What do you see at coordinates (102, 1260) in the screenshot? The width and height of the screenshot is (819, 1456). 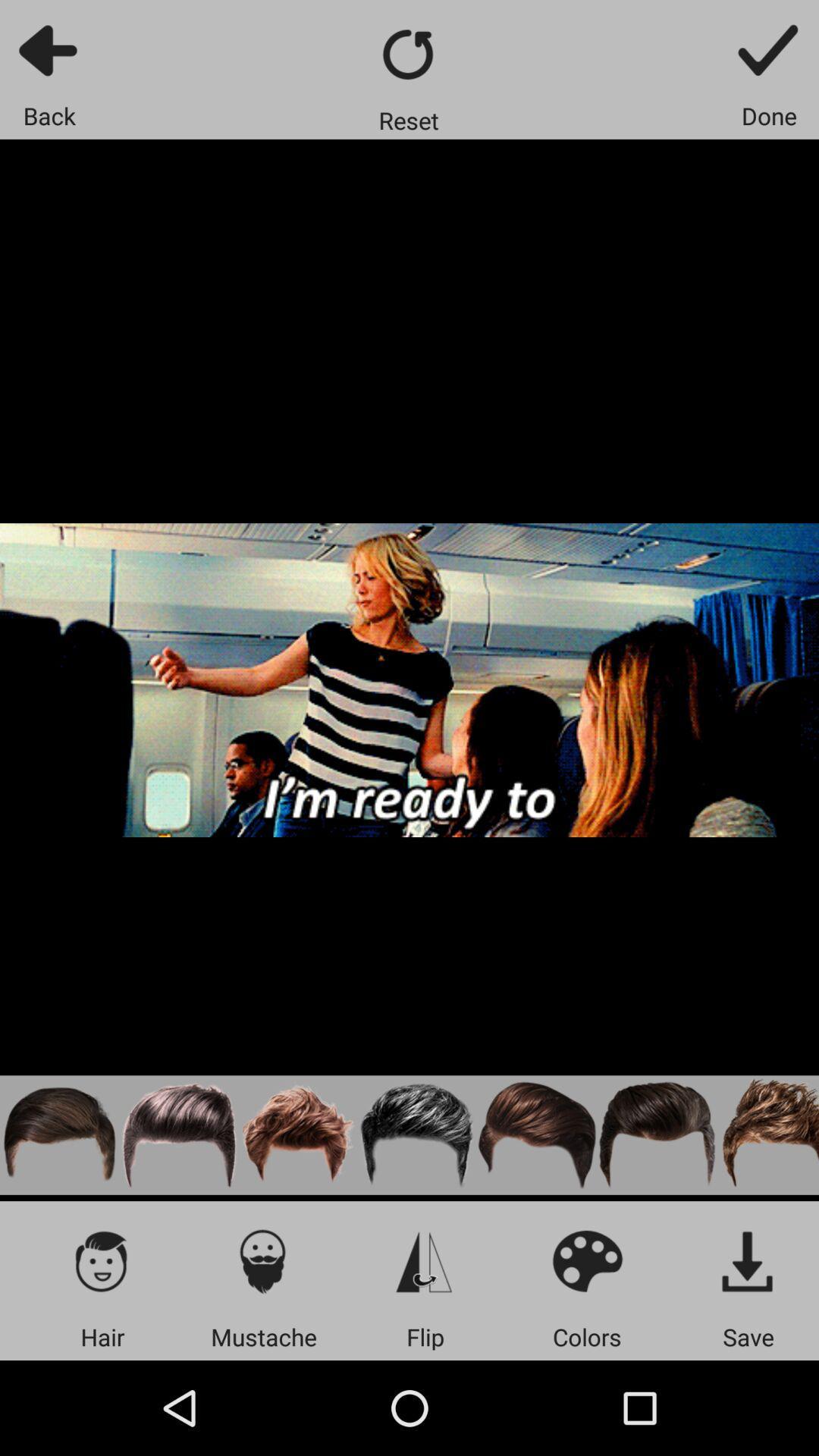 I see `hair options` at bounding box center [102, 1260].